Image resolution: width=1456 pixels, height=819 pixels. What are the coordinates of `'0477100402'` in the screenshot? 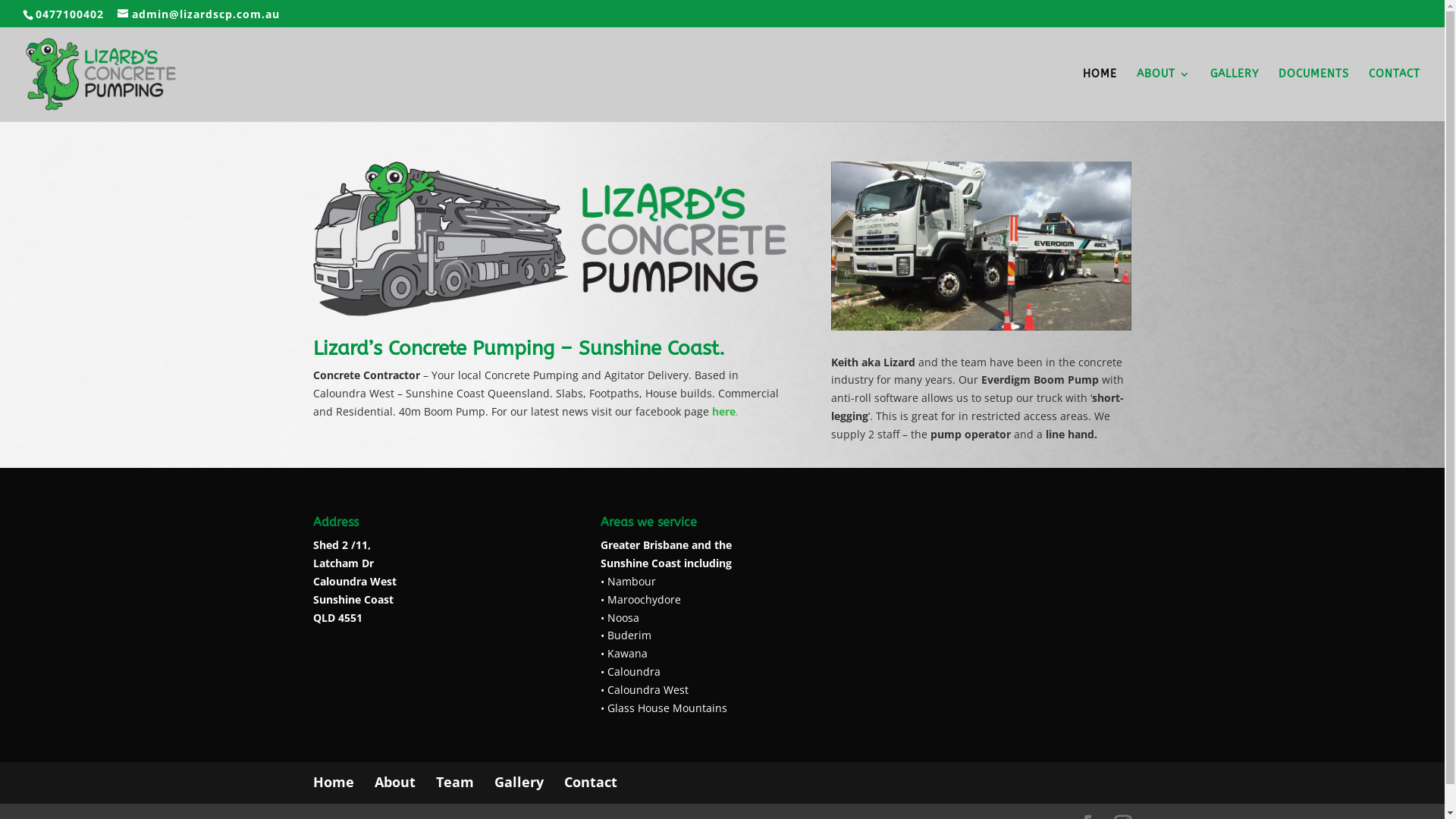 It's located at (68, 13).